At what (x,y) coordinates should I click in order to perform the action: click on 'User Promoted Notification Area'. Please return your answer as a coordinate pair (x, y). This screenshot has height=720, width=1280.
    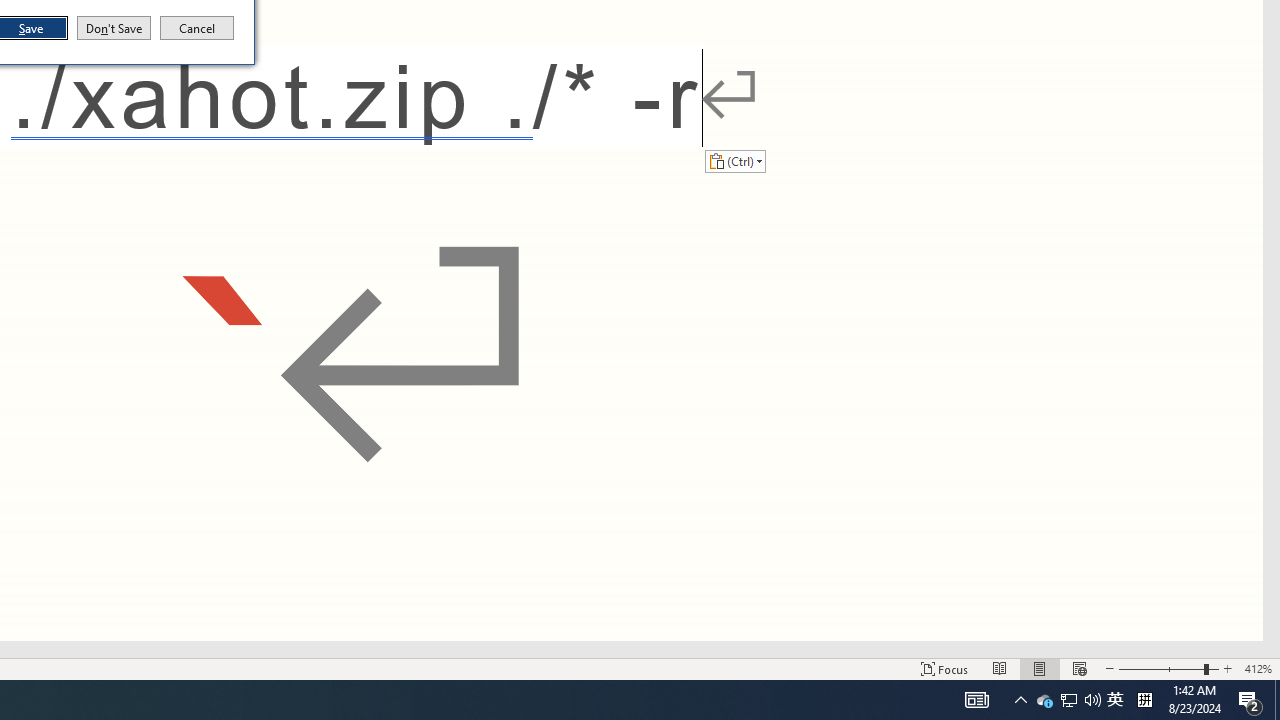
    Looking at the image, I should click on (1092, 698).